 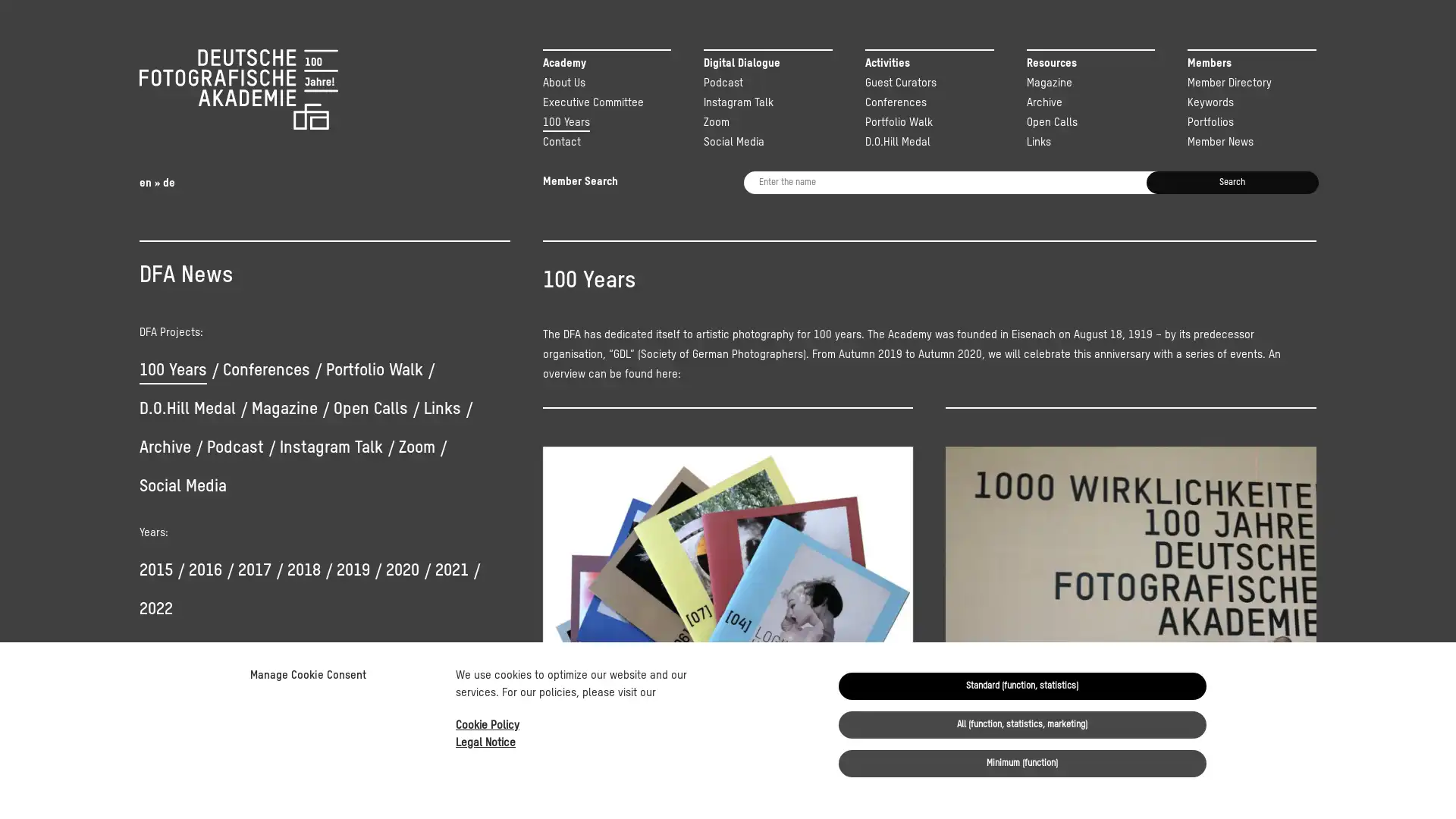 What do you see at coordinates (255, 570) in the screenshot?
I see `2017` at bounding box center [255, 570].